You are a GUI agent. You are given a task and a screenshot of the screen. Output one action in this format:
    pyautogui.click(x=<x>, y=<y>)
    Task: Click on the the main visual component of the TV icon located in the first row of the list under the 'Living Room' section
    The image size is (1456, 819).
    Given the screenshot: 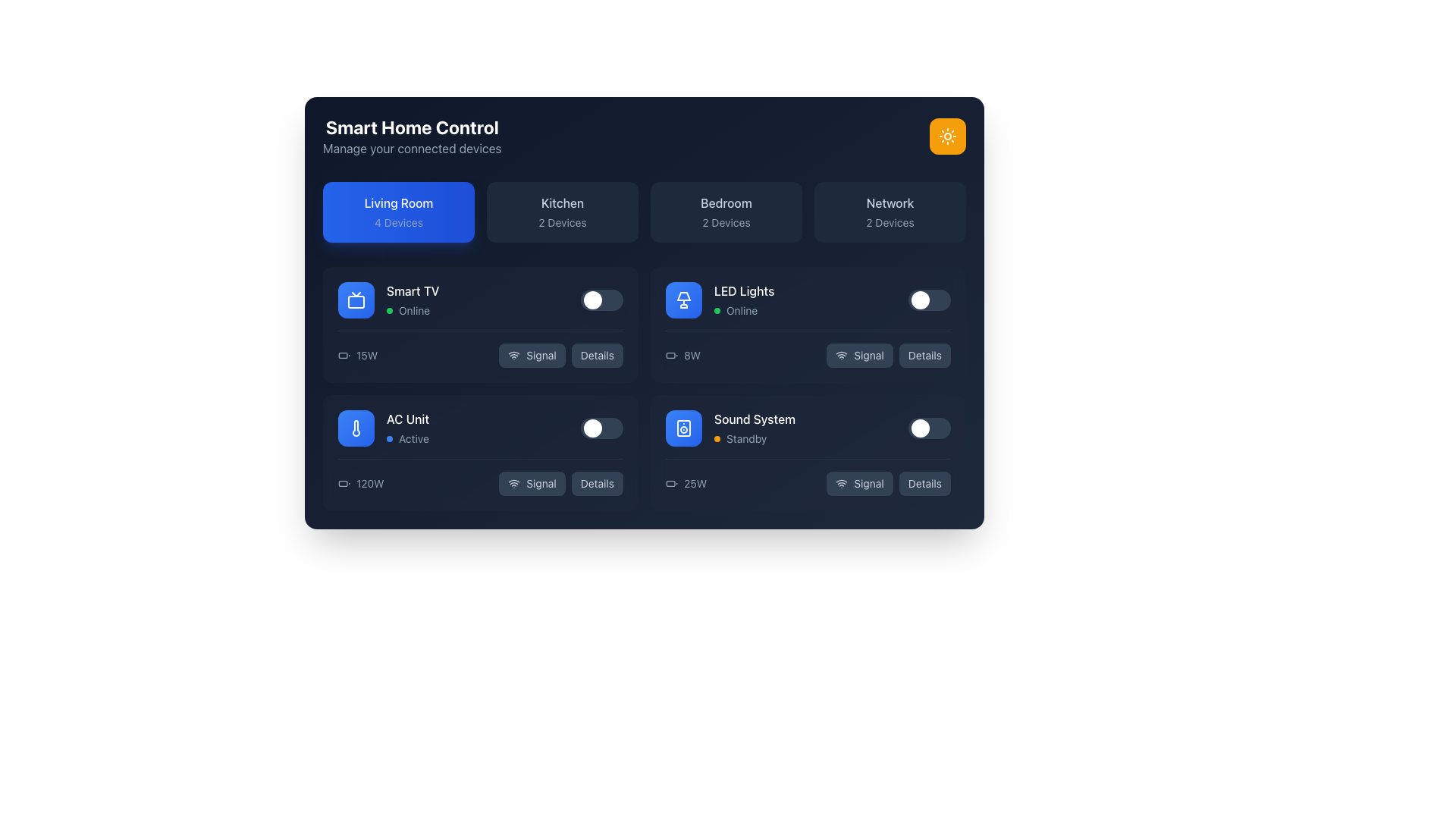 What is the action you would take?
    pyautogui.click(x=356, y=301)
    